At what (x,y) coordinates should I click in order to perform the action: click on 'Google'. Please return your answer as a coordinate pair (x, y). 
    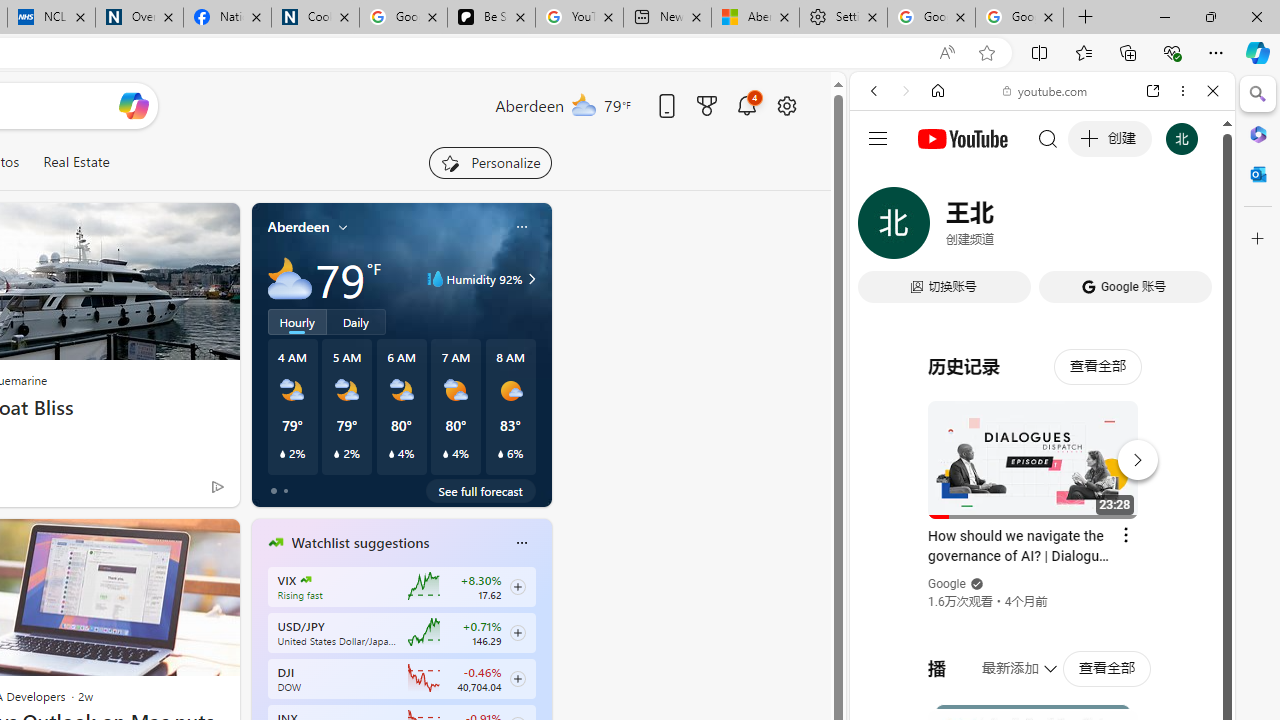
    Looking at the image, I should click on (946, 584).